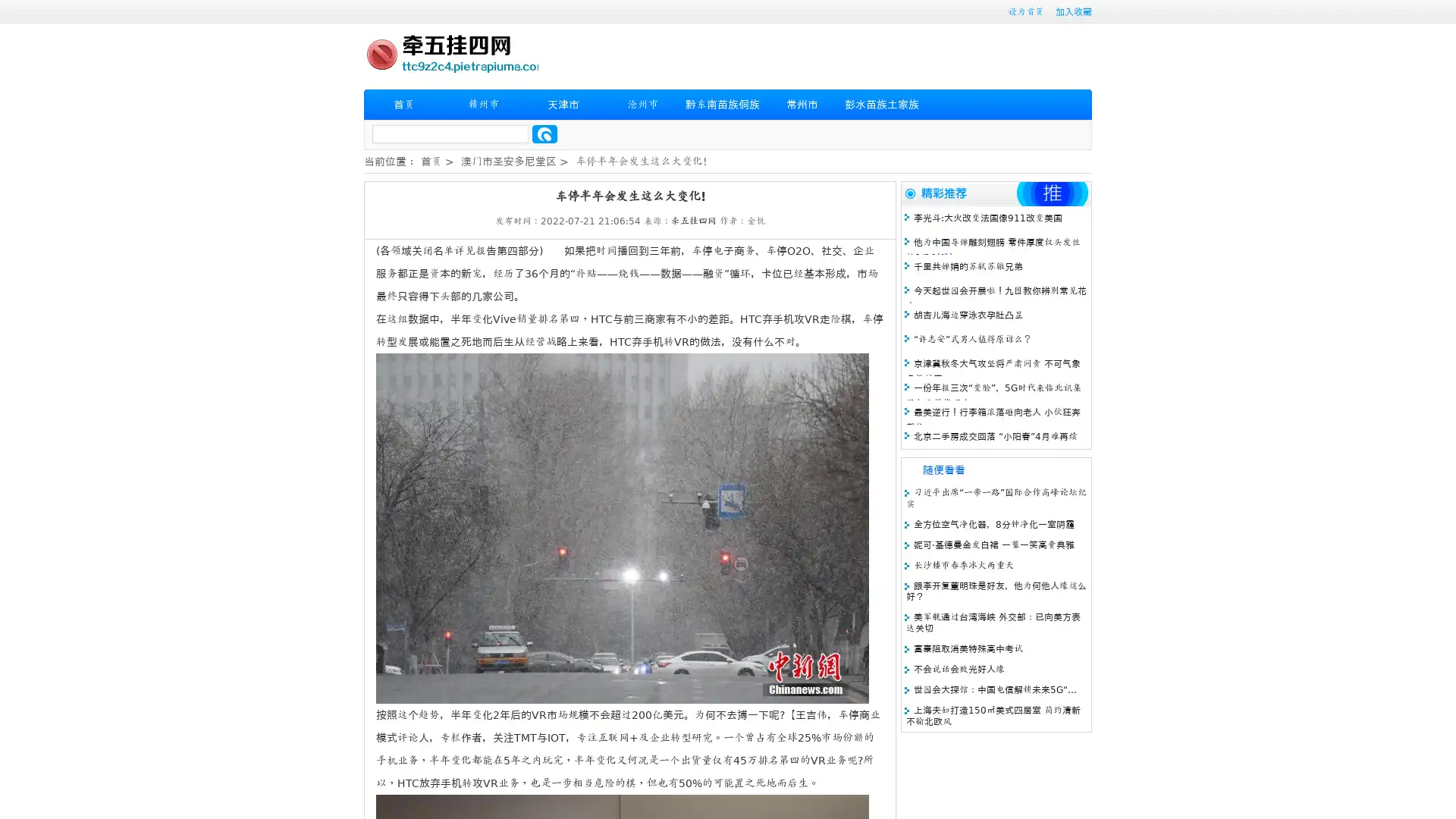  Describe the element at coordinates (544, 133) in the screenshot. I see `Search` at that location.